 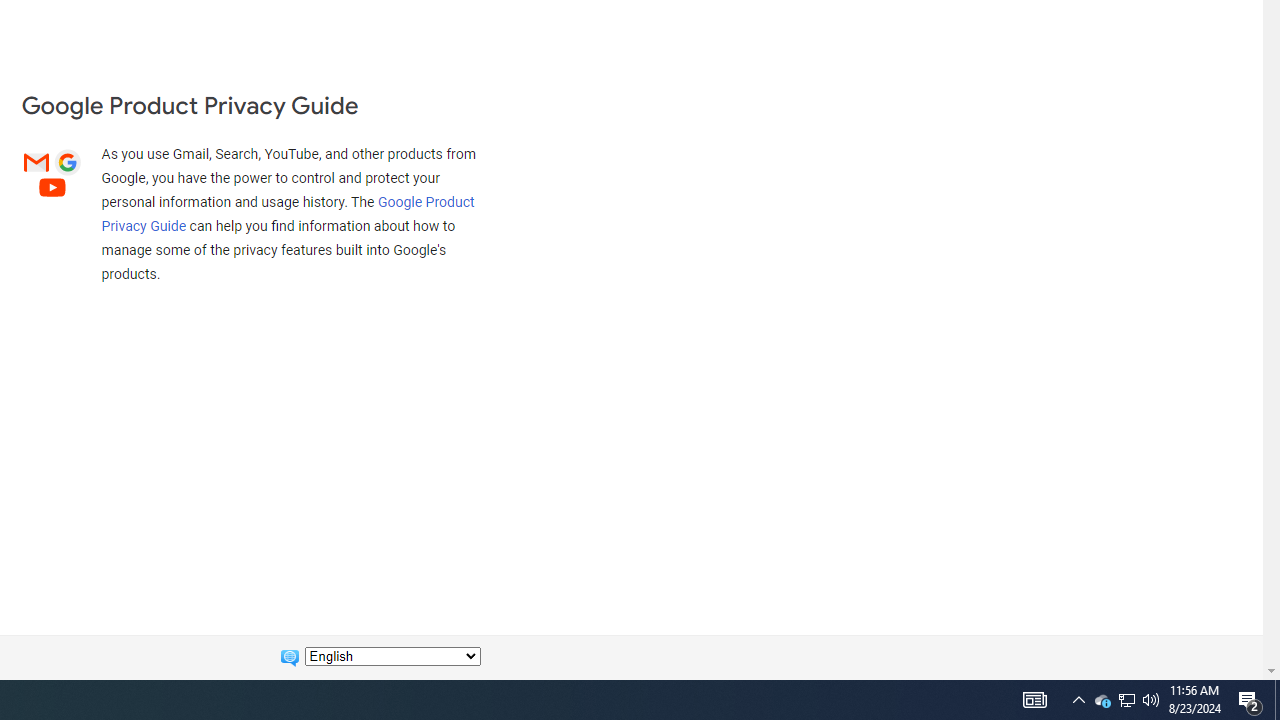 I want to click on 'Change language:', so click(x=392, y=656).